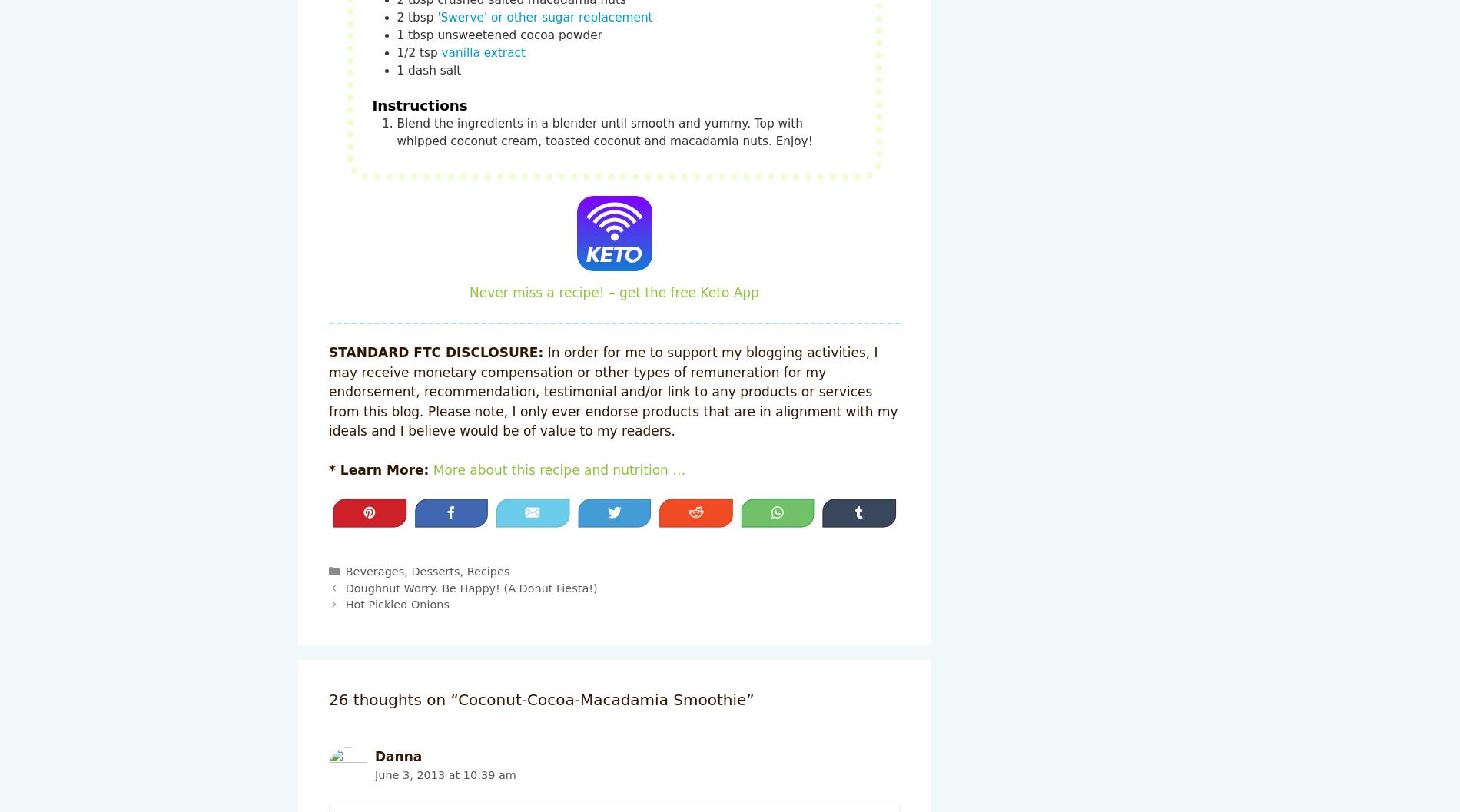 This screenshot has width=1460, height=812. Describe the element at coordinates (612, 392) in the screenshot. I see `'In order for me to support my blogging activities, I may receive monetary compensation or other types of remuneration for my endorsement, recommendation, testimonial and/or link to any products or services from this blog. Please note, I only ever endorse products that are in alignment with my ideals and I believe would be of value to my readers.'` at that location.